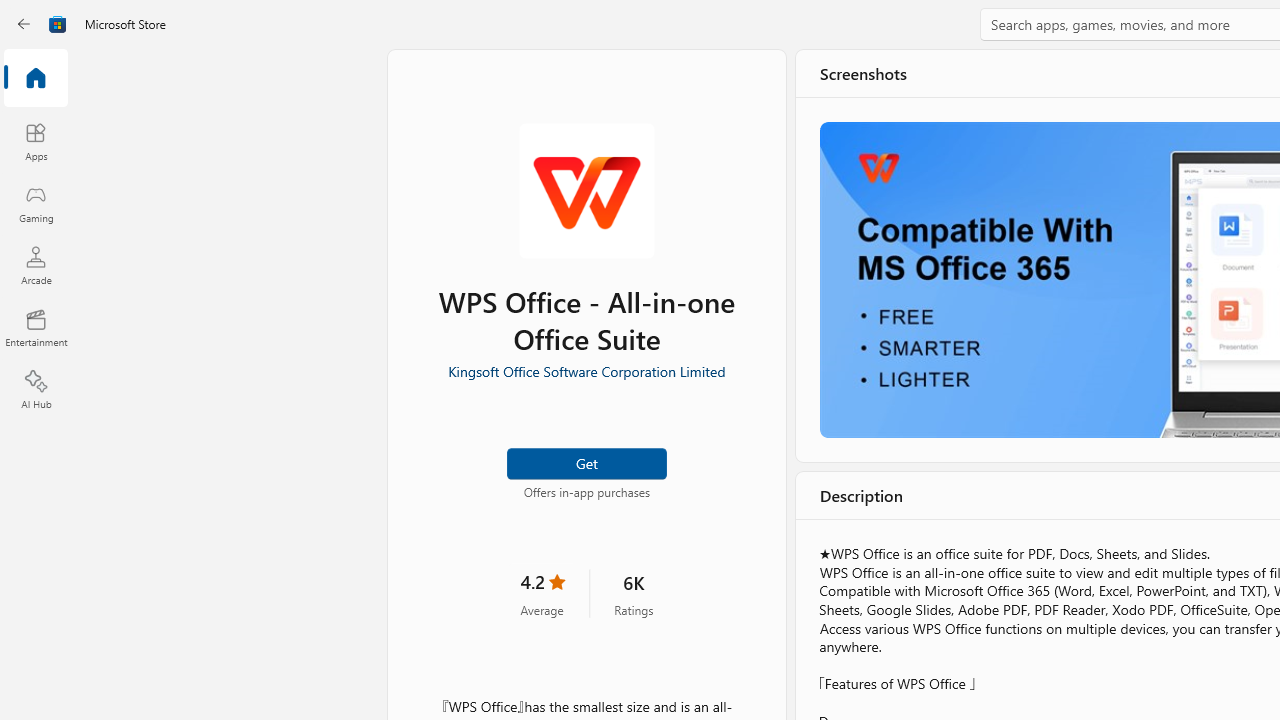 This screenshot has height=720, width=1280. Describe the element at coordinates (35, 140) in the screenshot. I see `'Apps'` at that location.